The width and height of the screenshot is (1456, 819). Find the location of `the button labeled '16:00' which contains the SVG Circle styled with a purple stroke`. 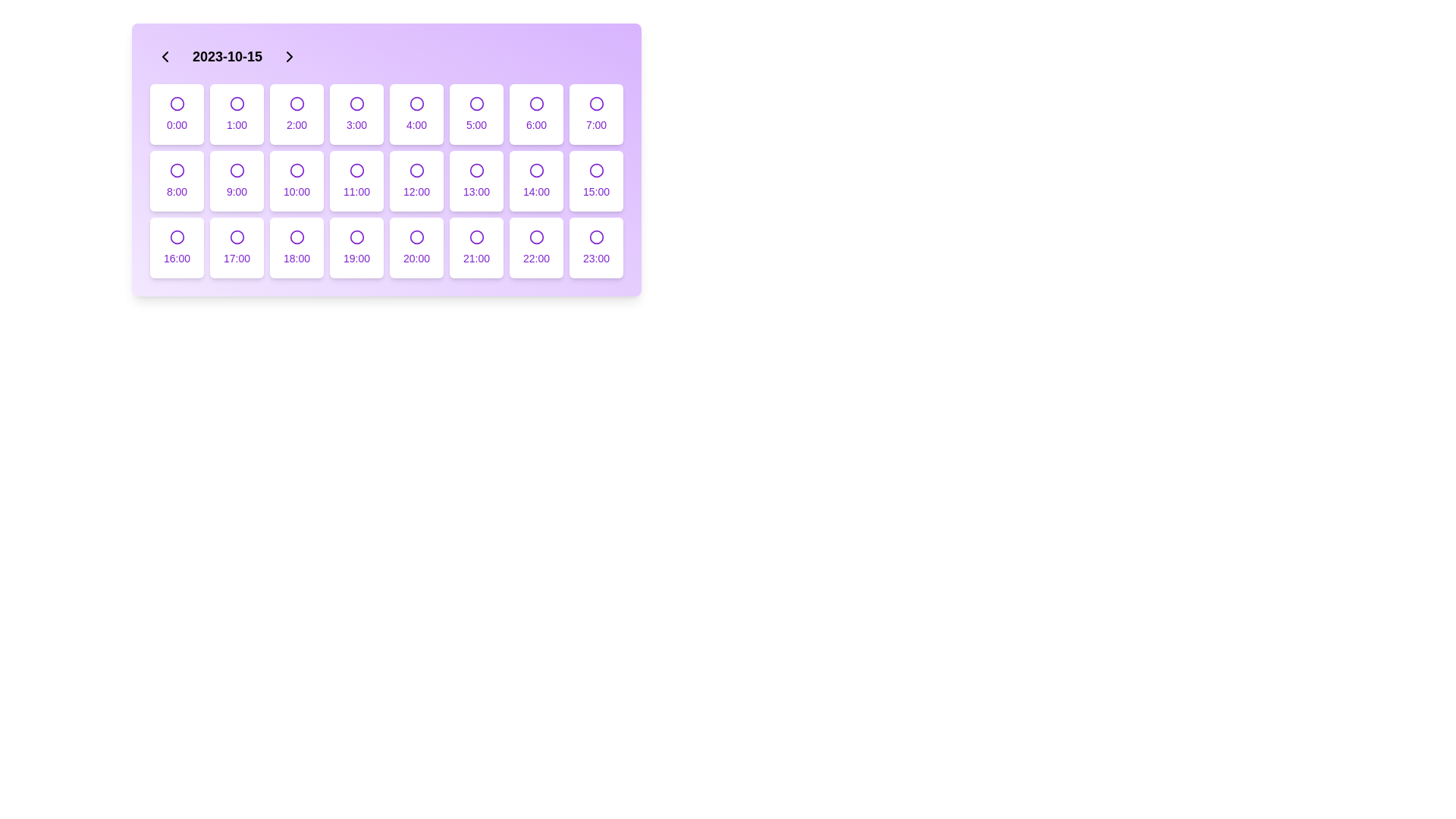

the button labeled '16:00' which contains the SVG Circle styled with a purple stroke is located at coordinates (177, 237).